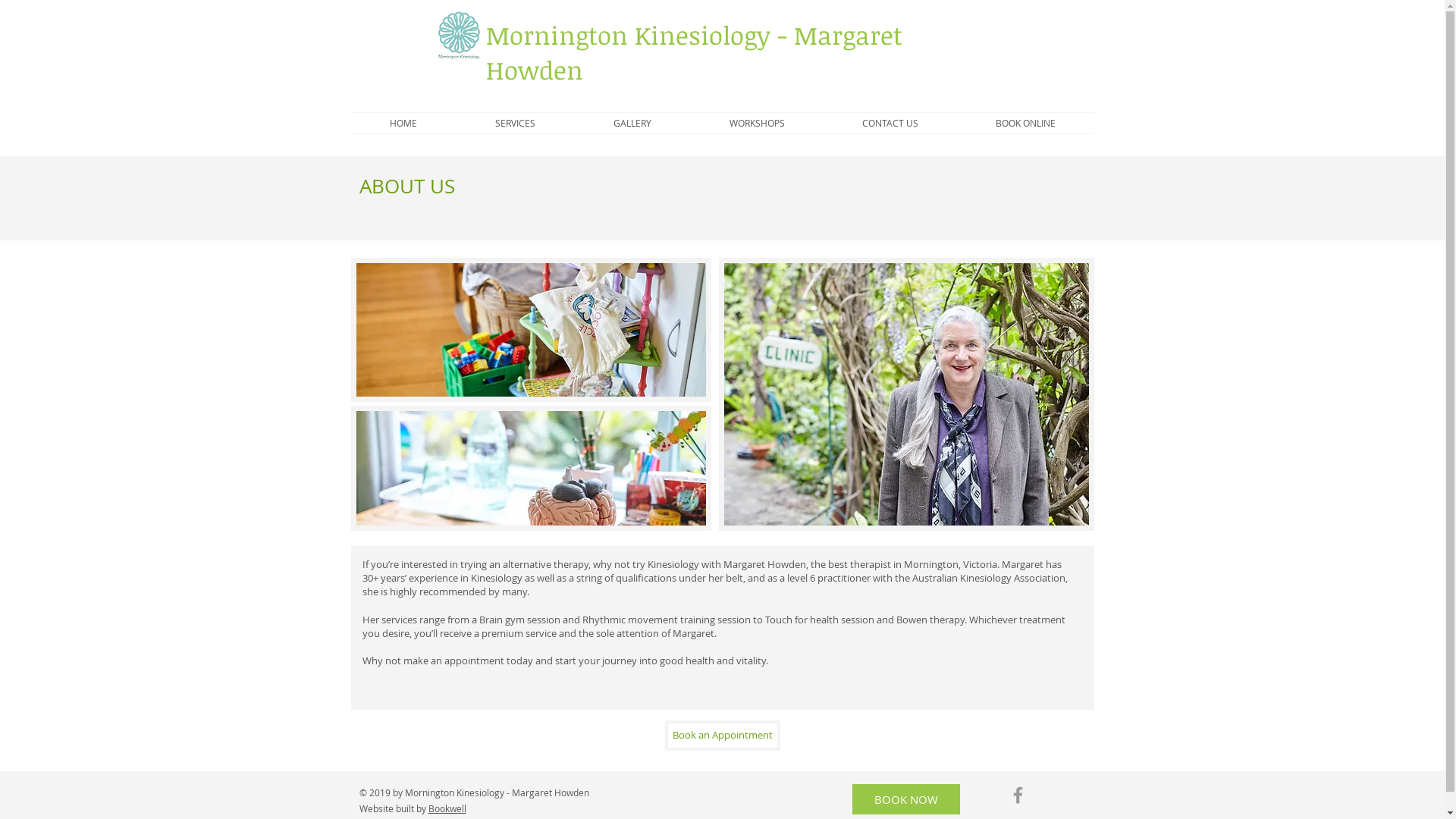 The image size is (1456, 819). Describe the element at coordinates (689, 122) in the screenshot. I see `'WORKSHOPS'` at that location.